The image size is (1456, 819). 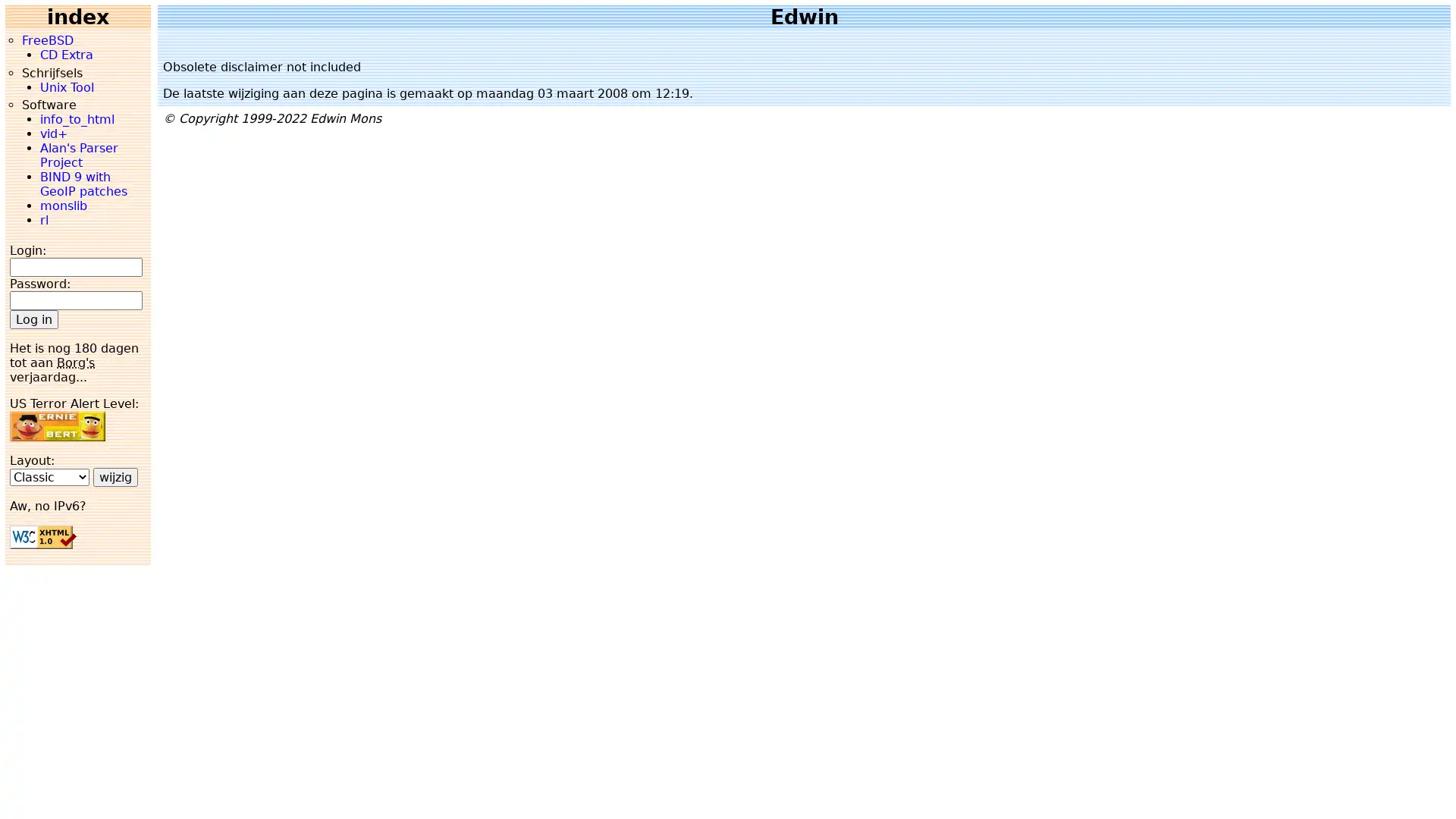 What do you see at coordinates (115, 475) in the screenshot?
I see `wijzig` at bounding box center [115, 475].